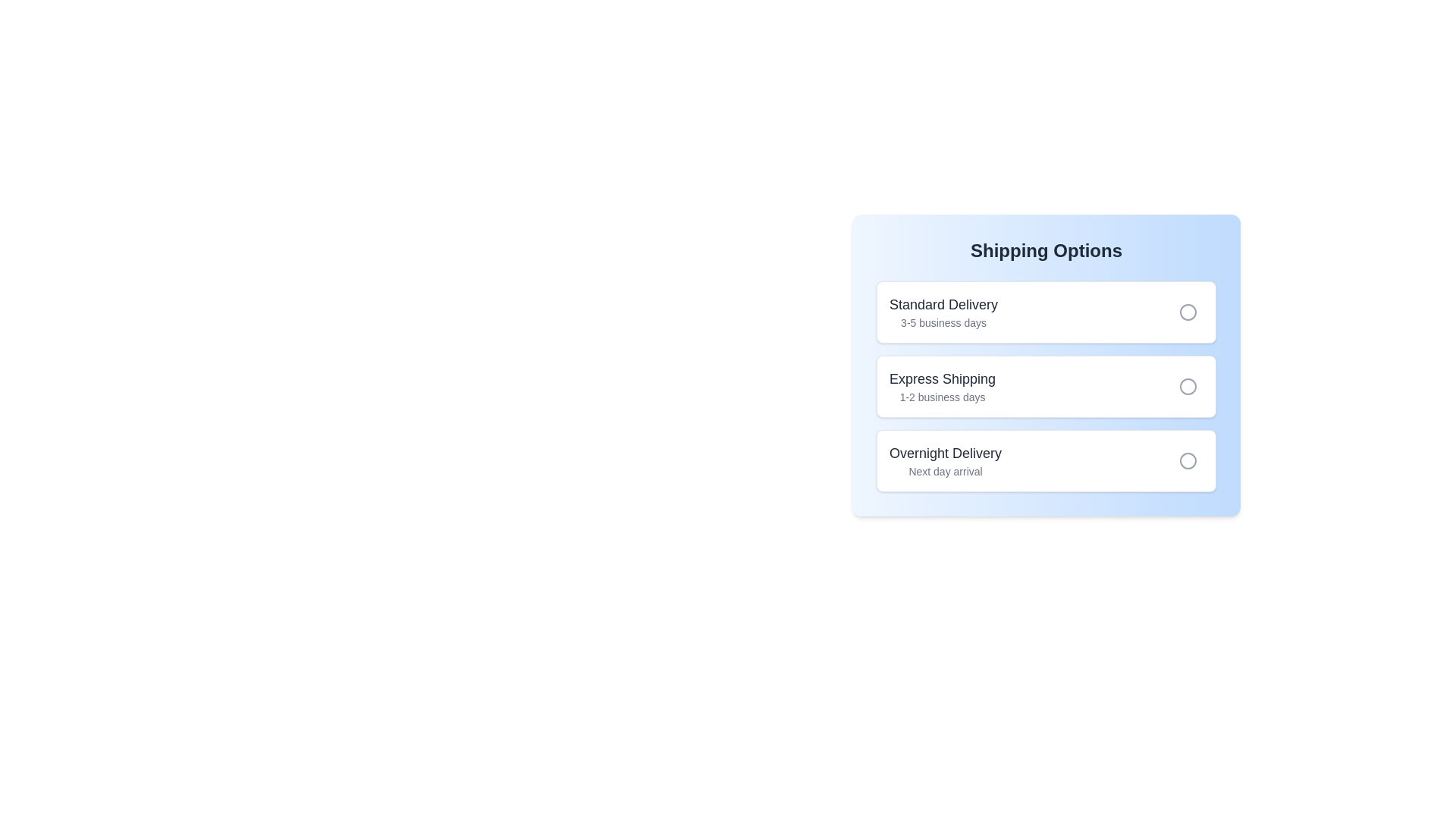 The image size is (1456, 819). Describe the element at coordinates (1187, 460) in the screenshot. I see `the third radio button in the vertical list` at that location.